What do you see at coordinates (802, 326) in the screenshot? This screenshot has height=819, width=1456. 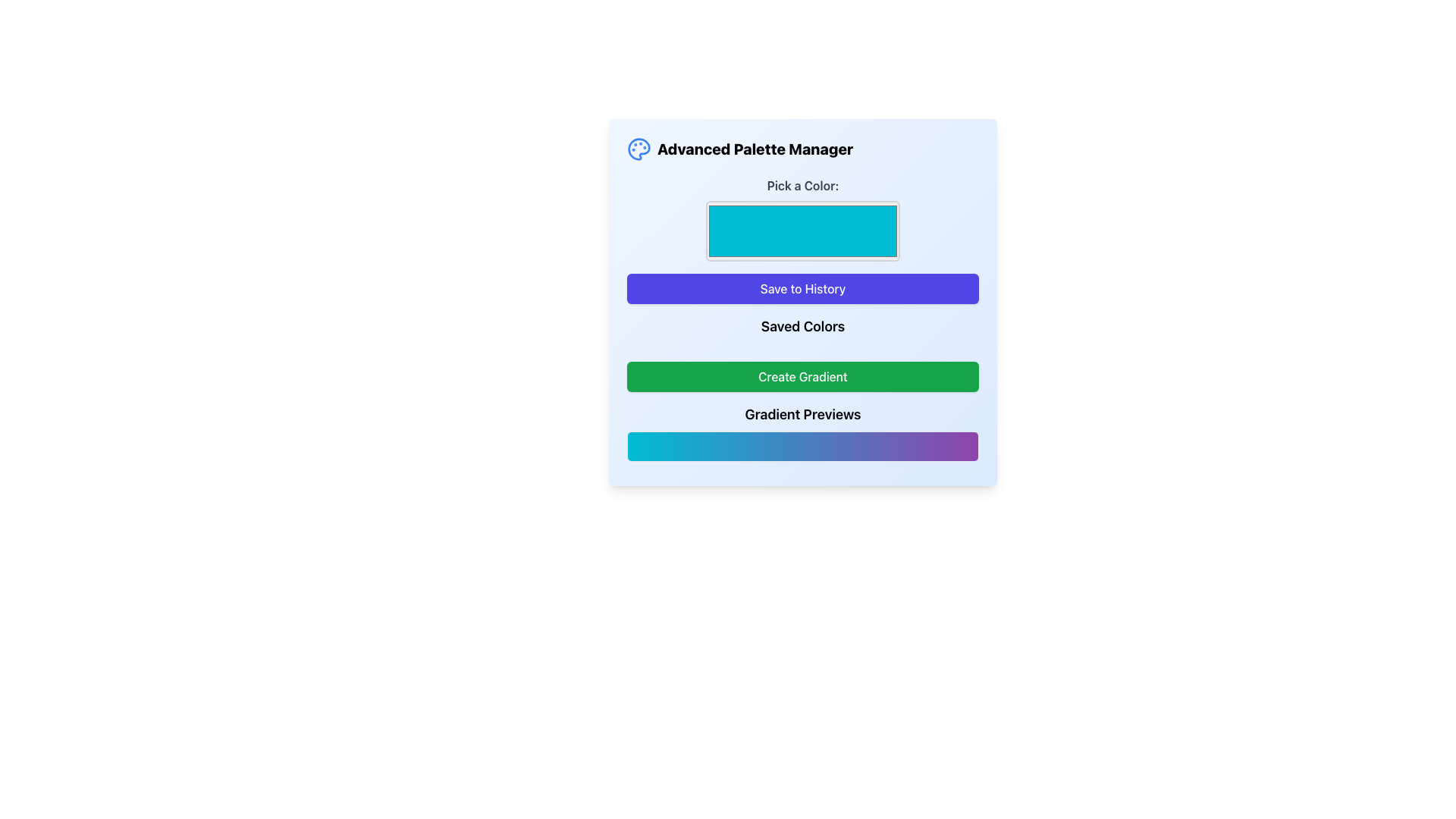 I see `the text label that serves as a section title indicating the purpose of the following section related to colors saved by the user, positioned below the 'Save to History' button and above the 'Create Gradient' button` at bounding box center [802, 326].